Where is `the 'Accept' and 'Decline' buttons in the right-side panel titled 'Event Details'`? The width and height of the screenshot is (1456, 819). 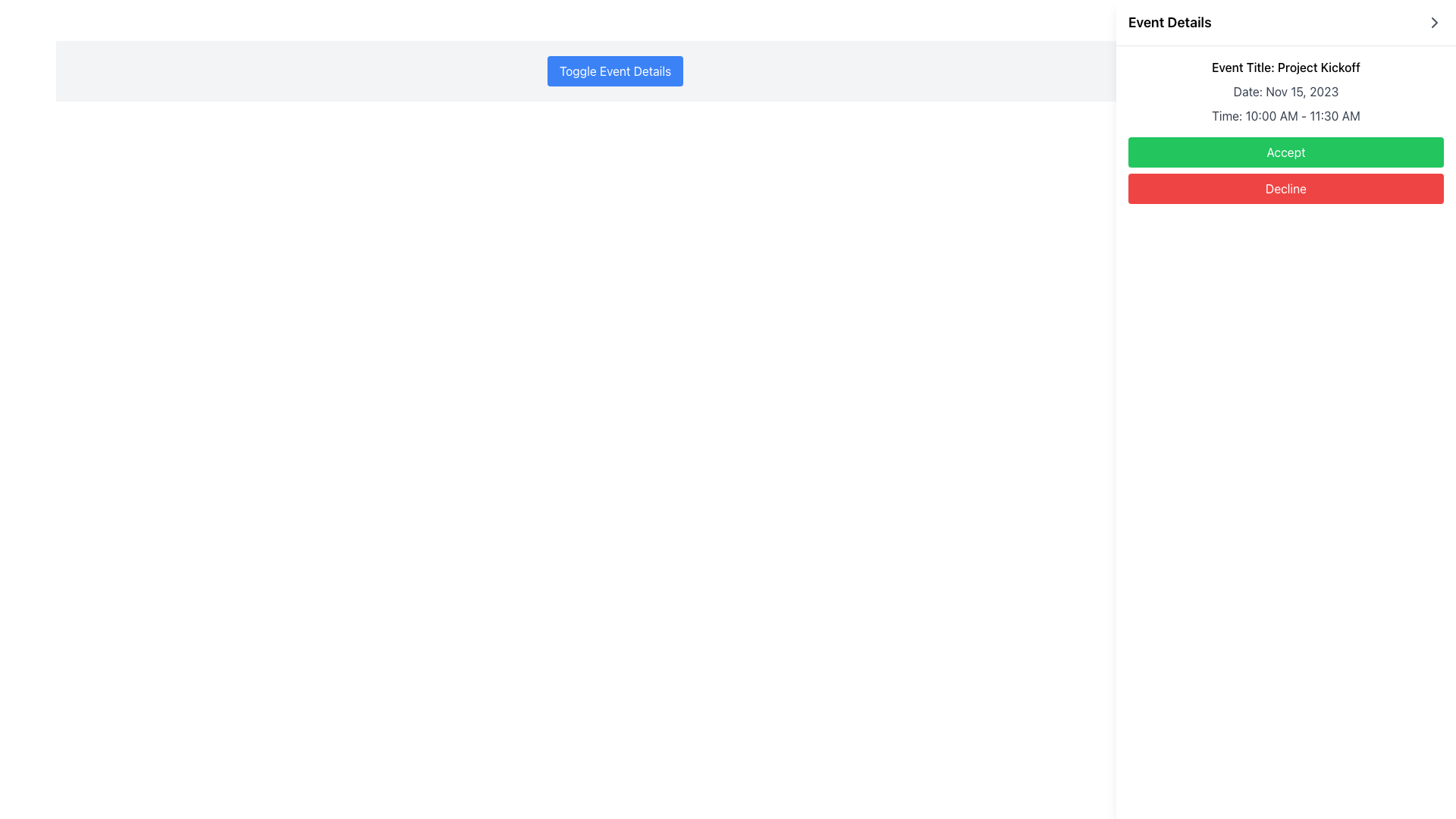 the 'Accept' and 'Decline' buttons in the right-side panel titled 'Event Details' is located at coordinates (1285, 170).